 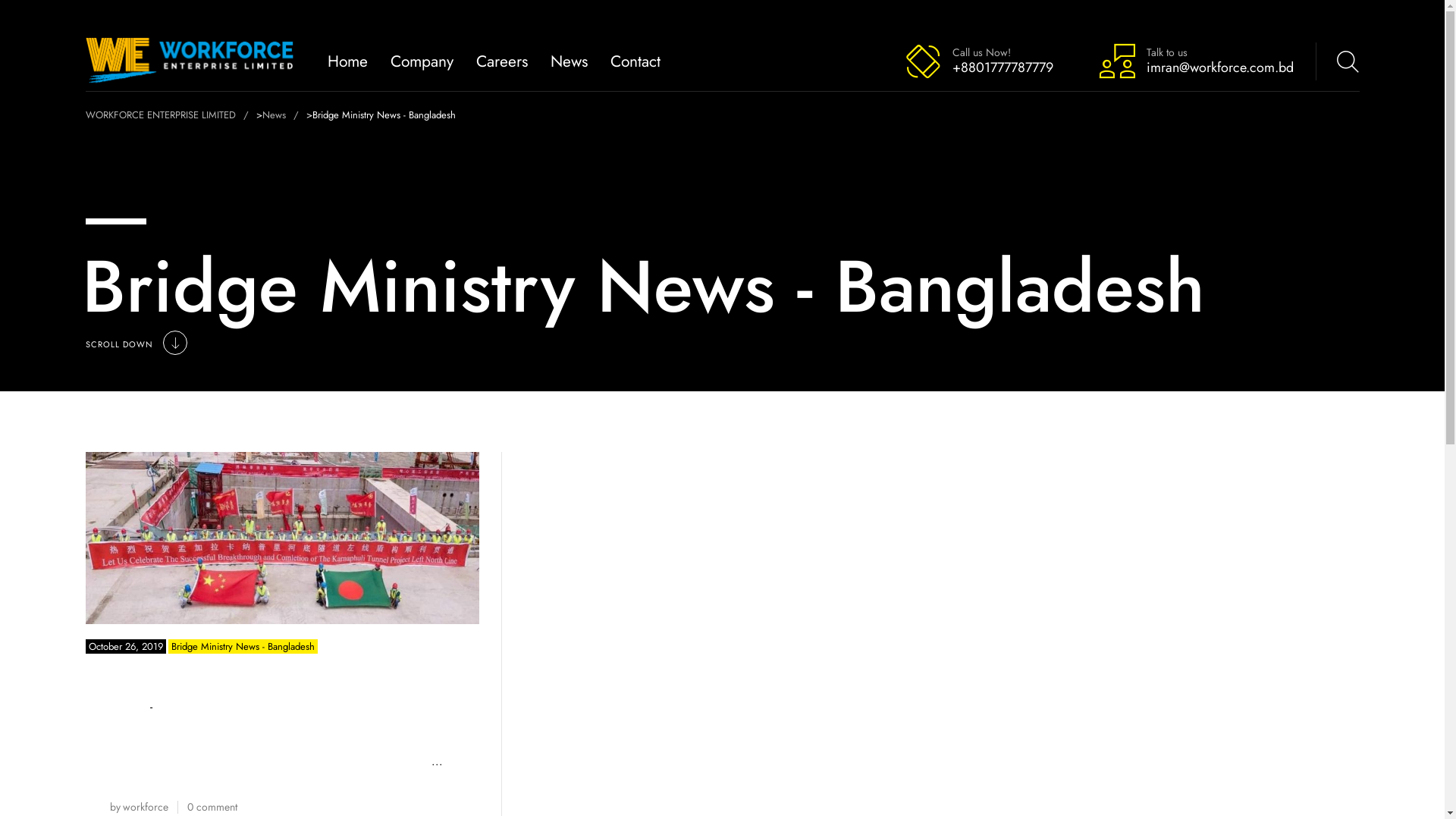 What do you see at coordinates (1303, 52) in the screenshot?
I see `'Search'` at bounding box center [1303, 52].